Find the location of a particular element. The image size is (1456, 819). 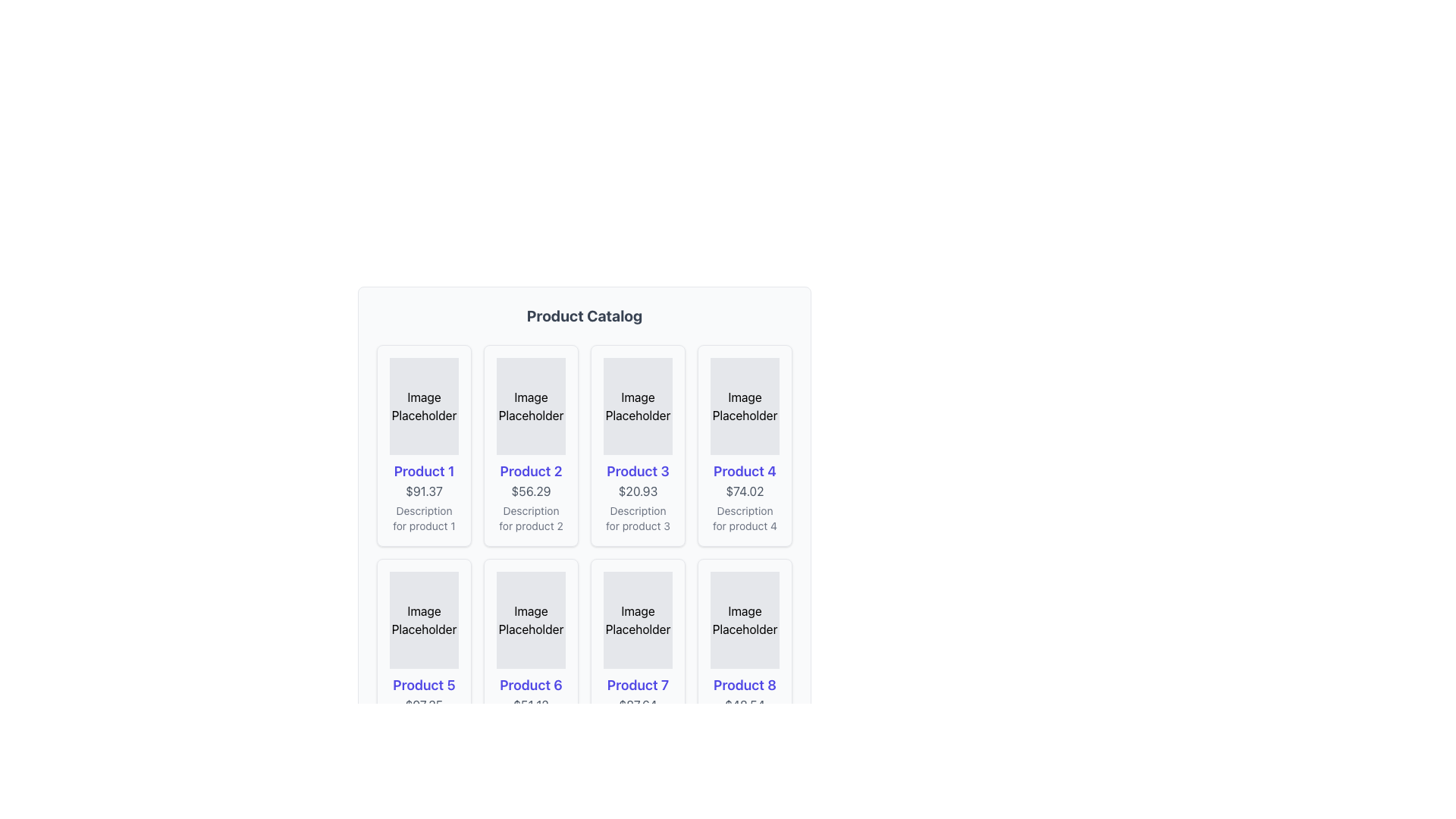

the Text Label displaying the price '$87.64' located below the product title 'Product 7' in the product card is located at coordinates (638, 704).